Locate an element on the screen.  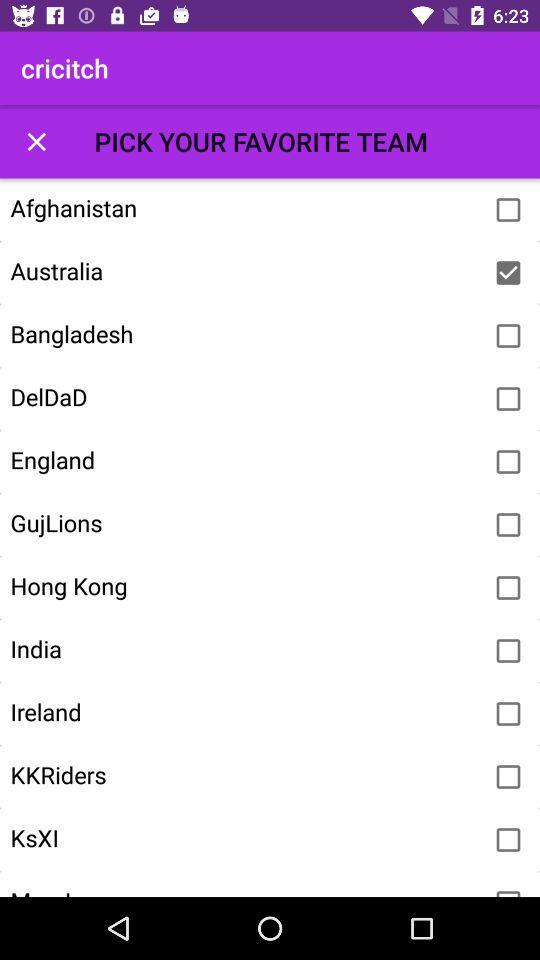
kkriders team is located at coordinates (508, 776).